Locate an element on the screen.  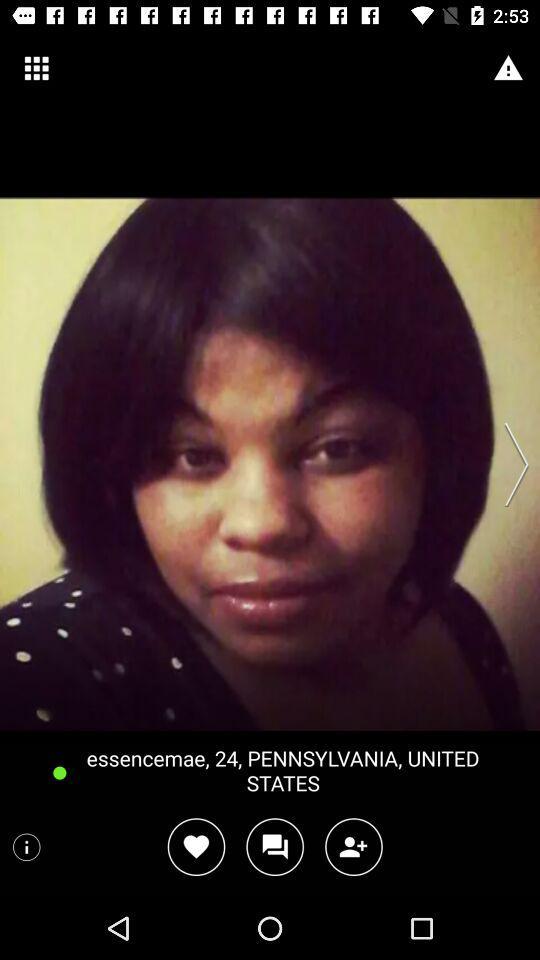
item below essencemae 24 pennsylvania is located at coordinates (353, 846).